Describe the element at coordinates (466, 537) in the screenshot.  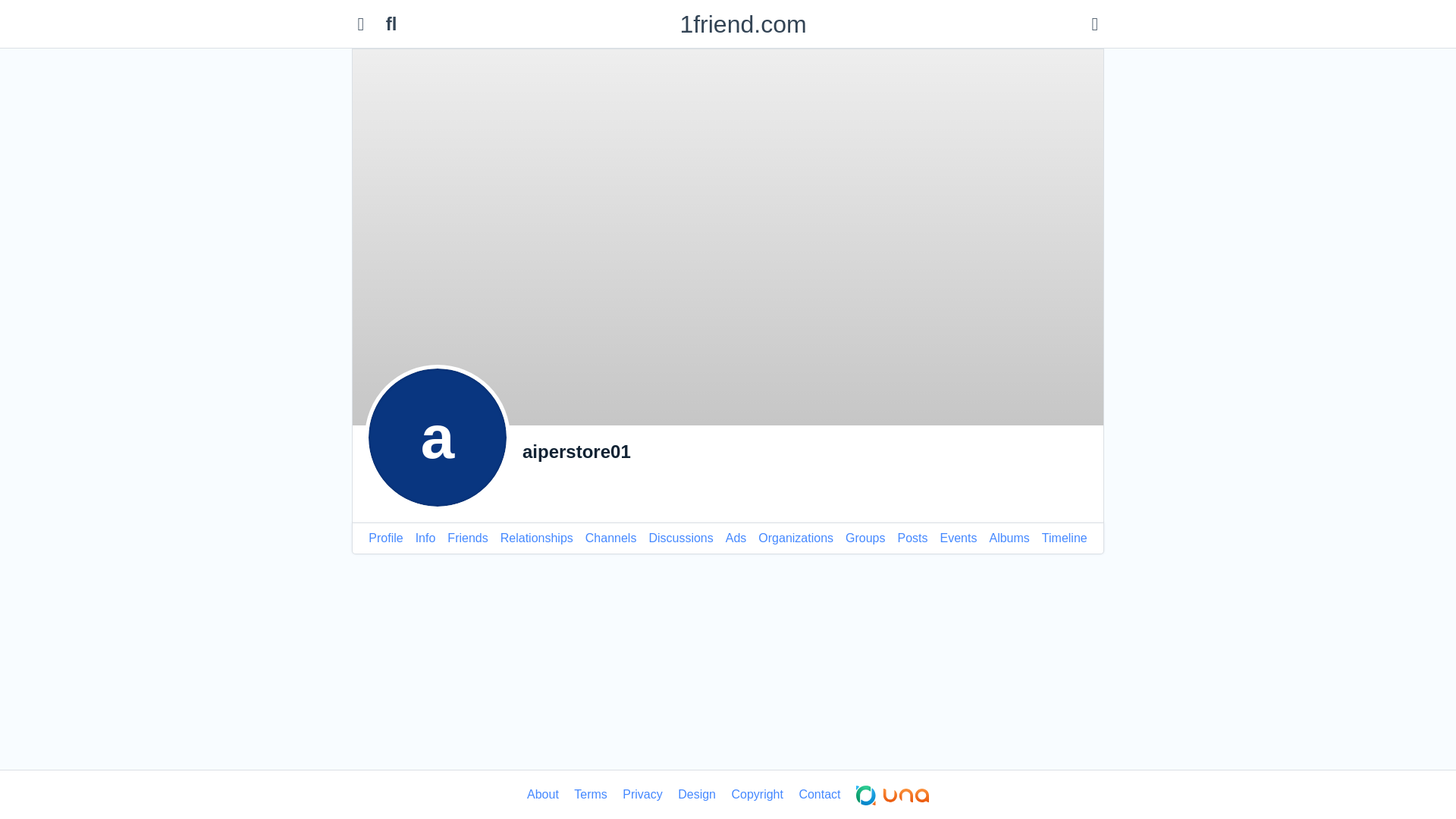
I see `'Friends'` at that location.